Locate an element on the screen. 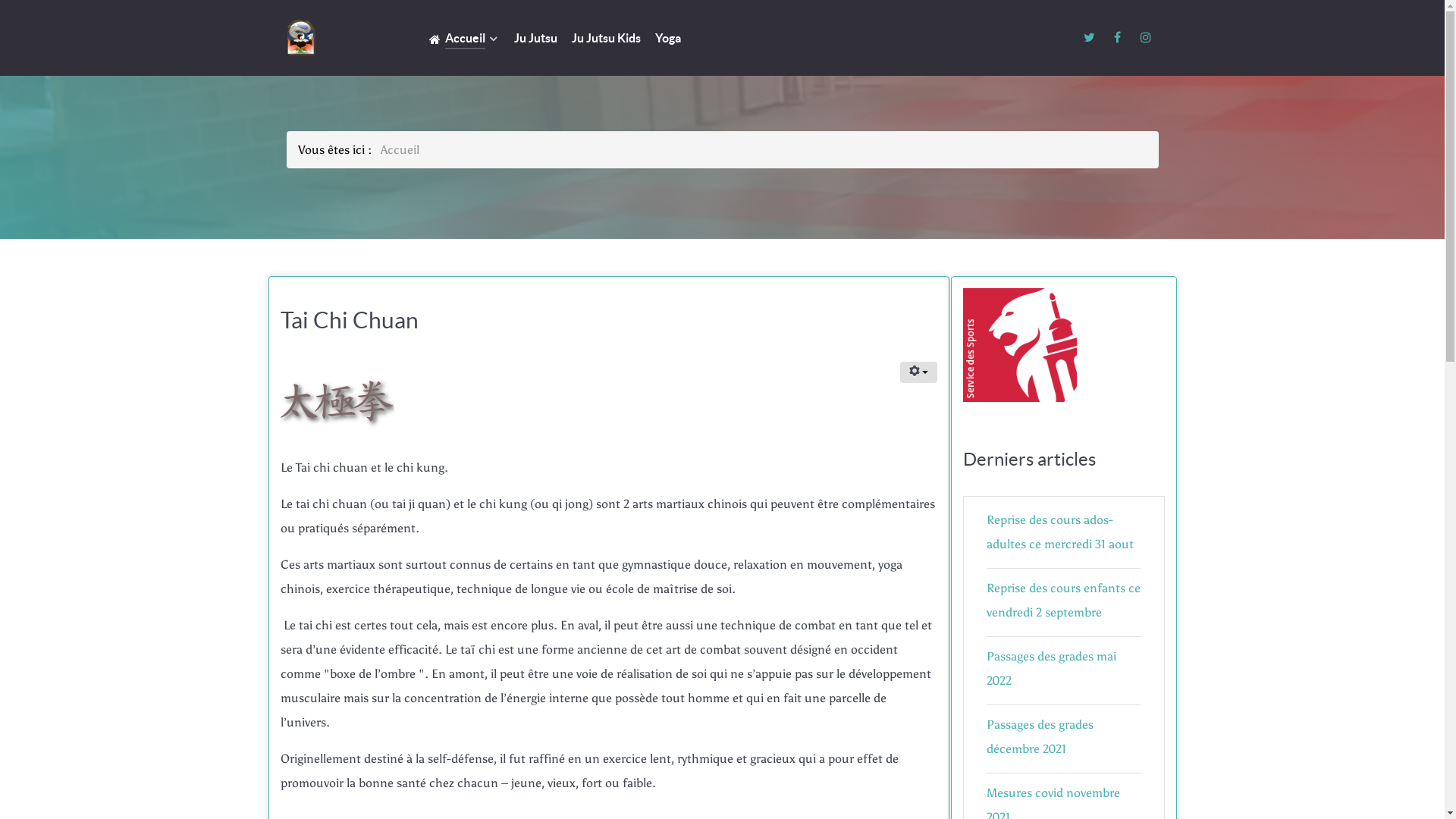 Image resolution: width=1456 pixels, height=819 pixels. 'Ju Jutsu Kids' is located at coordinates (605, 38).